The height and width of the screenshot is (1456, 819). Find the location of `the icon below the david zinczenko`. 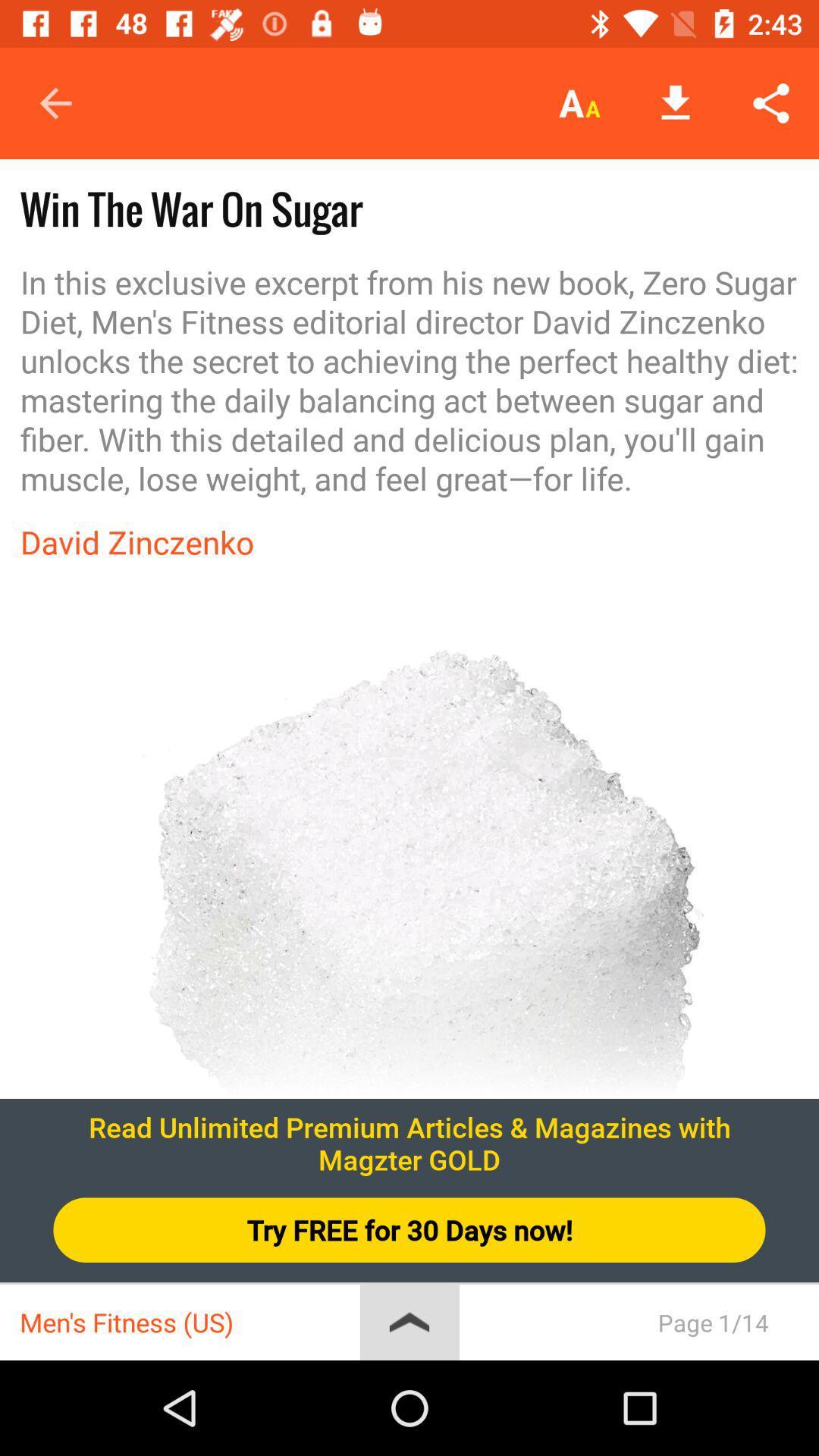

the icon below the david zinczenko is located at coordinates (409, 937).